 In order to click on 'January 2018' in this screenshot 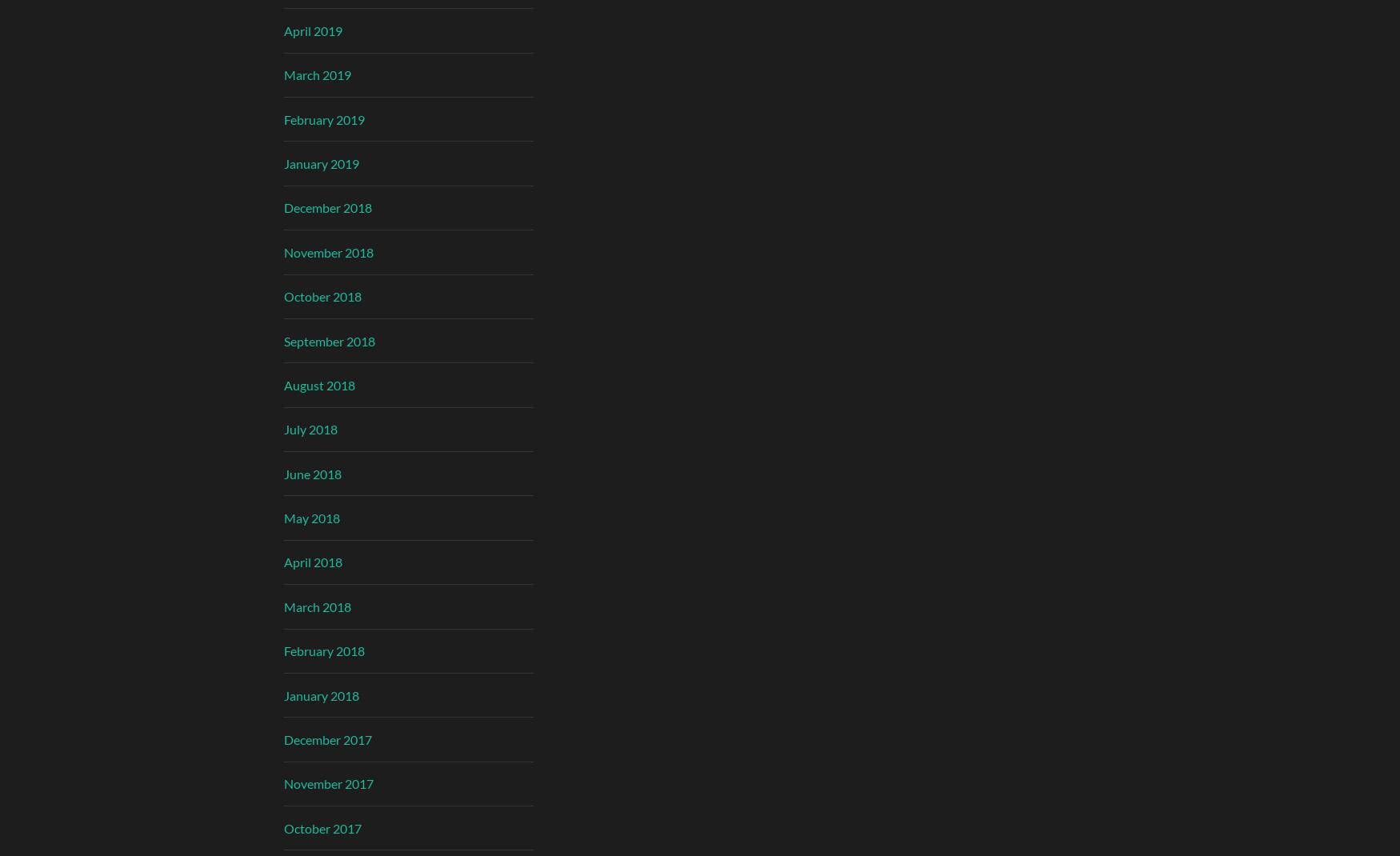, I will do `click(320, 694)`.